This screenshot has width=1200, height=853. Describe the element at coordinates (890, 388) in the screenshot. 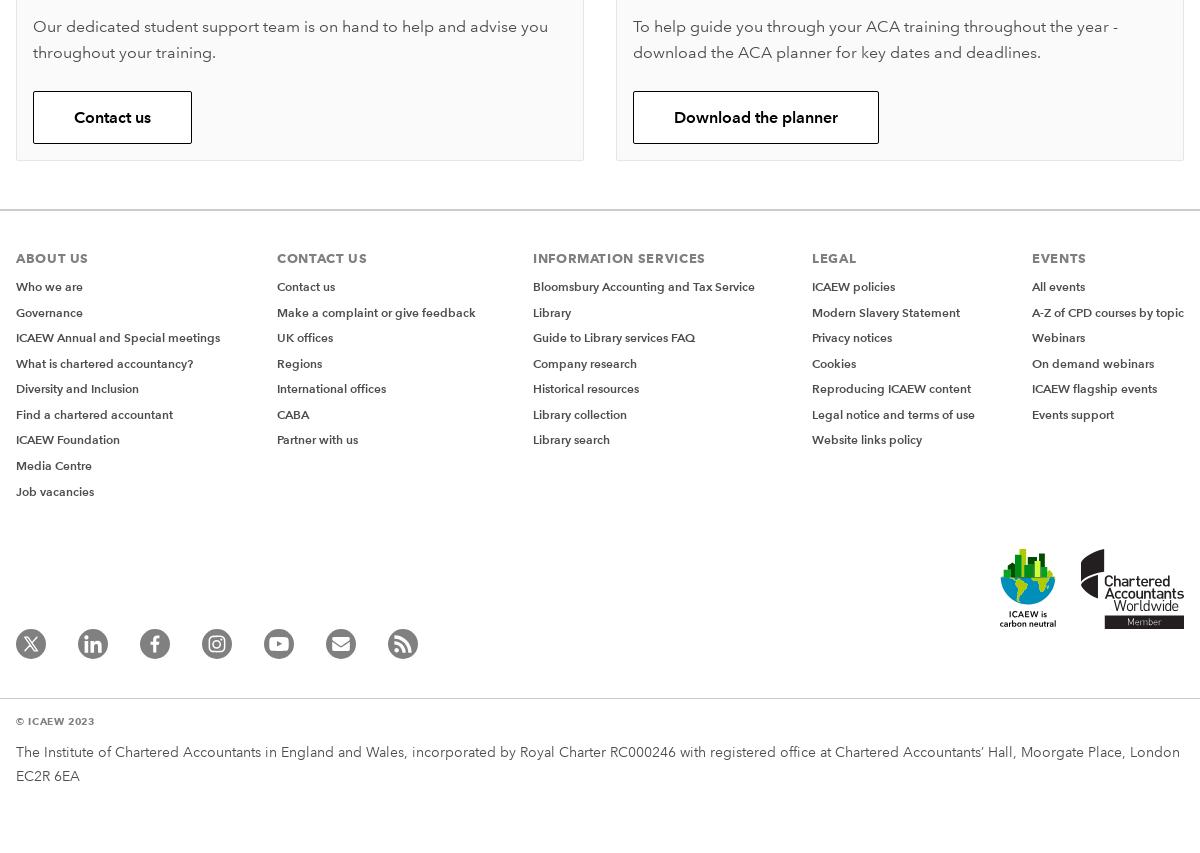

I see `'Reproducing ICAEW content'` at that location.